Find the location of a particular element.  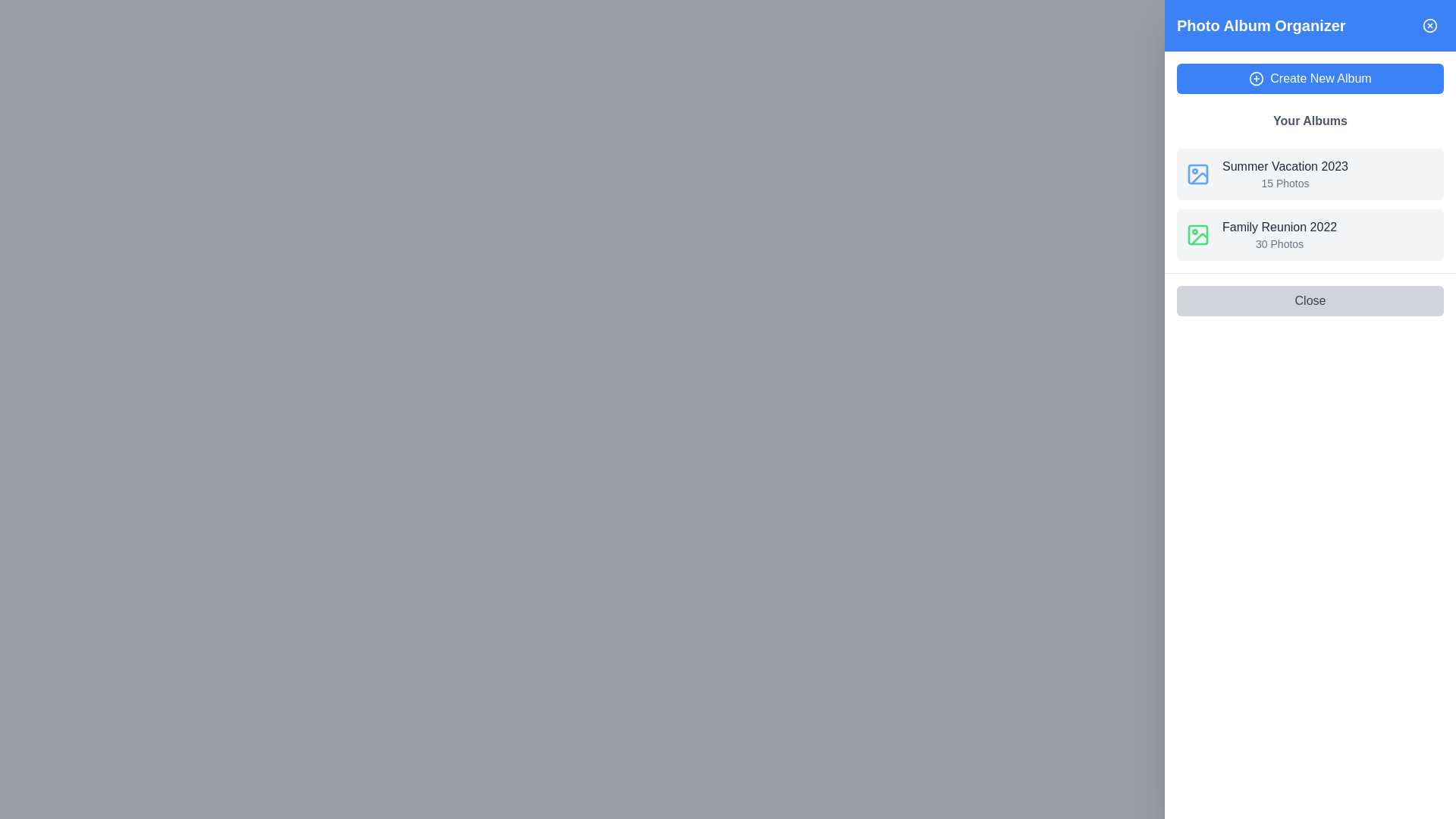

the informational text block for the album 'Family Reunion 2022' is located at coordinates (1278, 234).